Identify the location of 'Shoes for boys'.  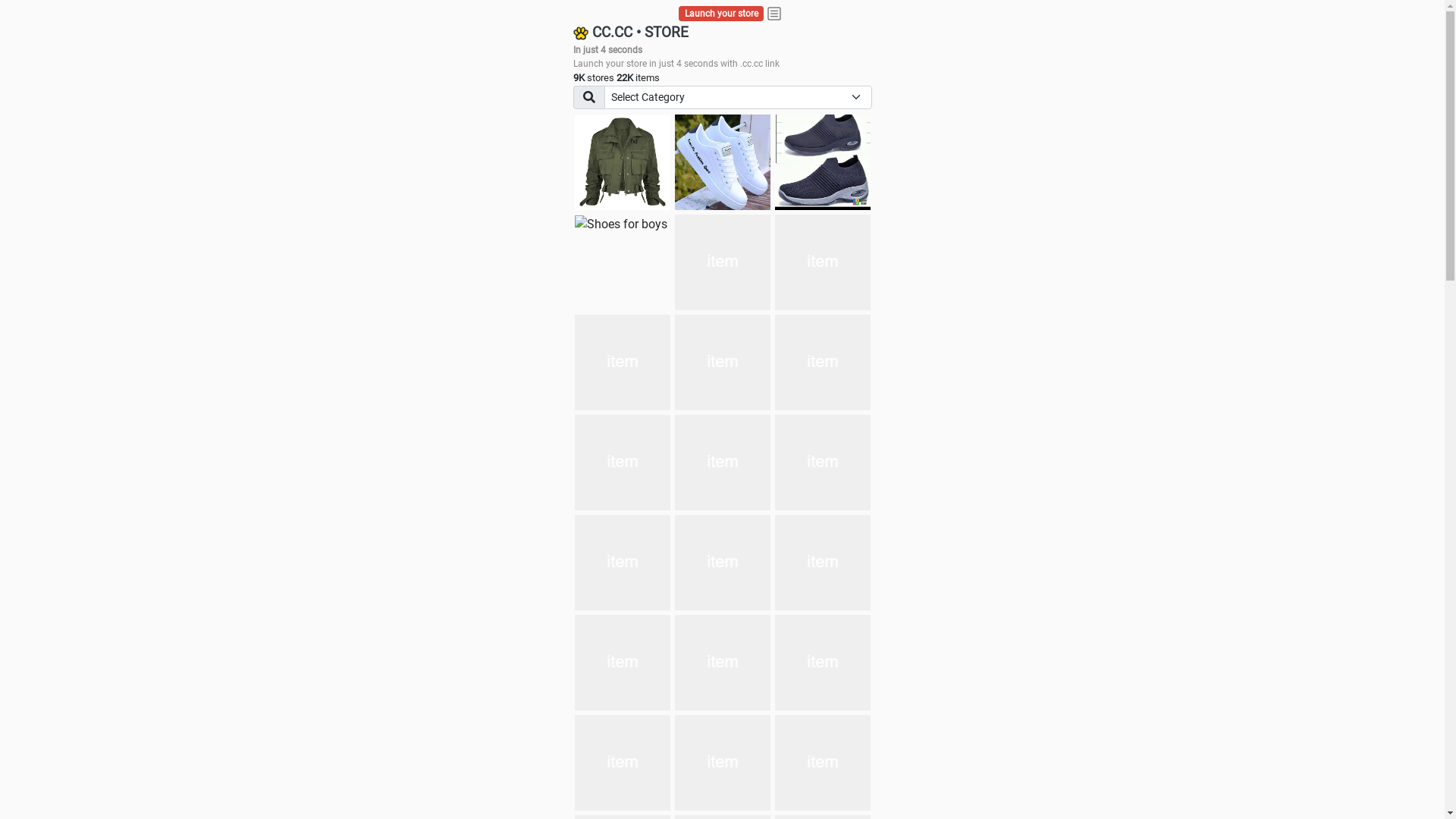
(621, 224).